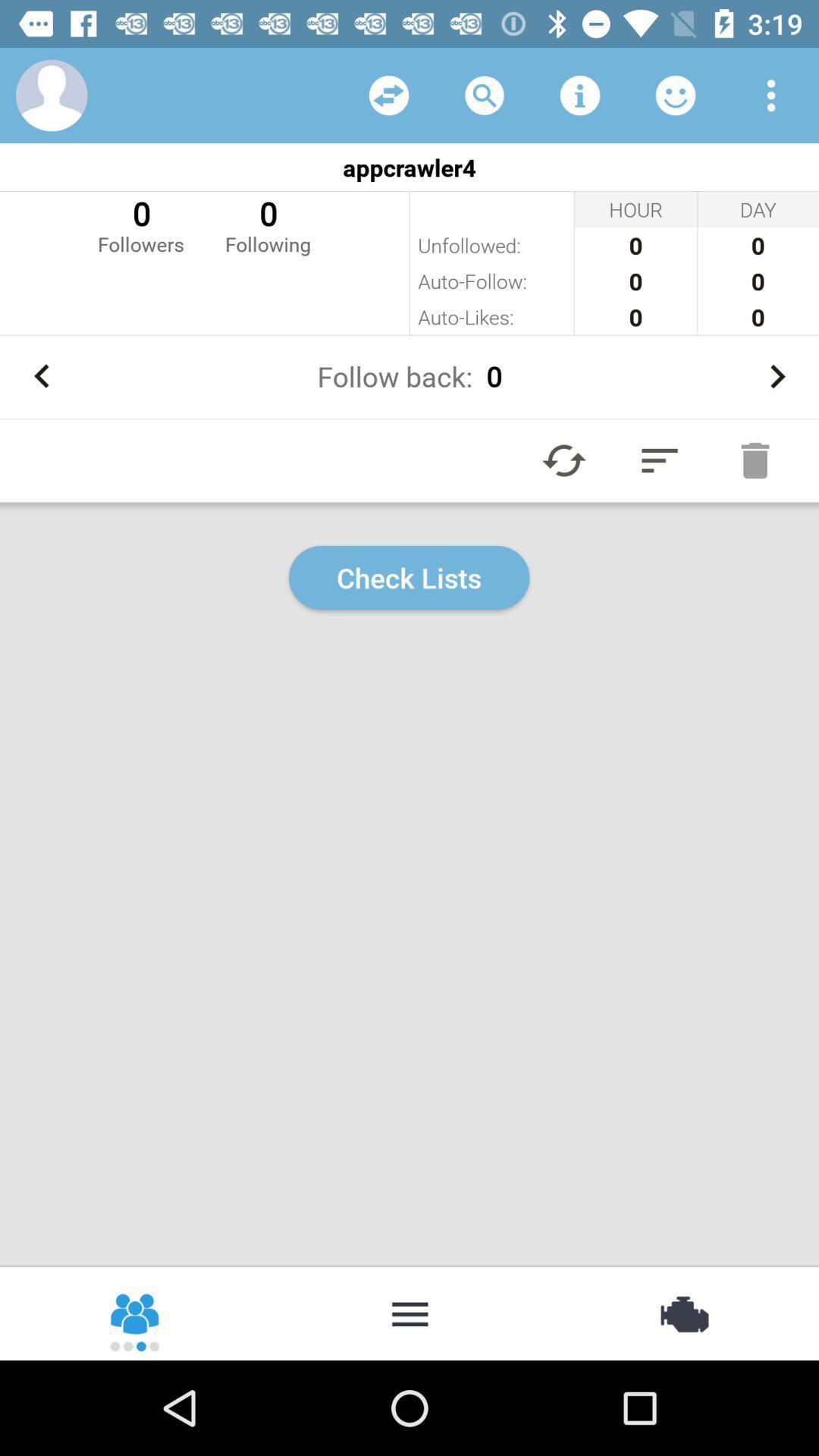 The image size is (819, 1456). Describe the element at coordinates (41, 376) in the screenshot. I see `the item next to follow back:  0` at that location.